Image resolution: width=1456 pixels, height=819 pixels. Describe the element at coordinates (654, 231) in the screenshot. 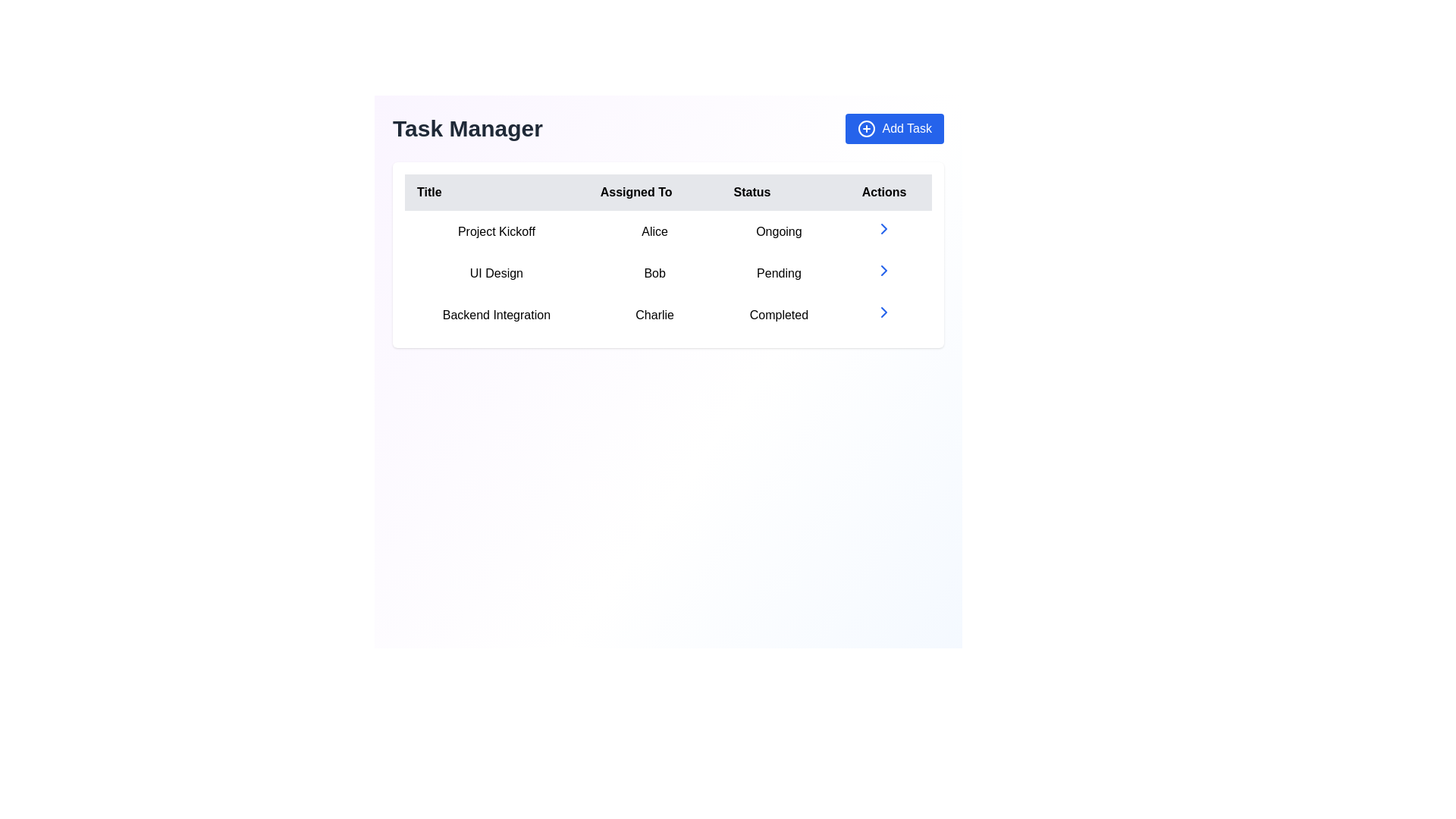

I see `the text label indicating the user assigned to the task in the second cell of the 'Assigned To' column for the 'Project Kickoff'` at that location.